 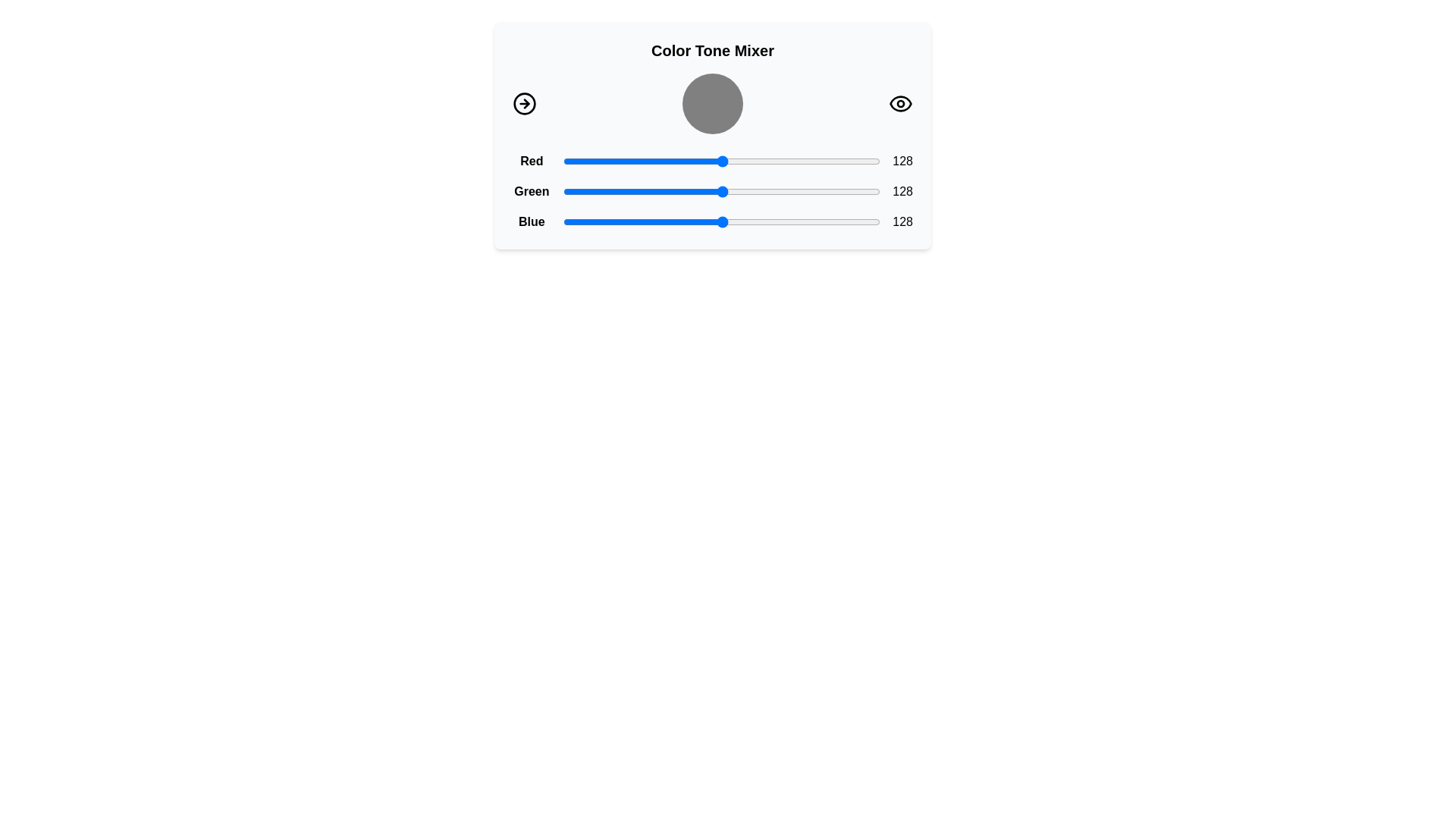 What do you see at coordinates (596, 222) in the screenshot?
I see `the slider value` at bounding box center [596, 222].